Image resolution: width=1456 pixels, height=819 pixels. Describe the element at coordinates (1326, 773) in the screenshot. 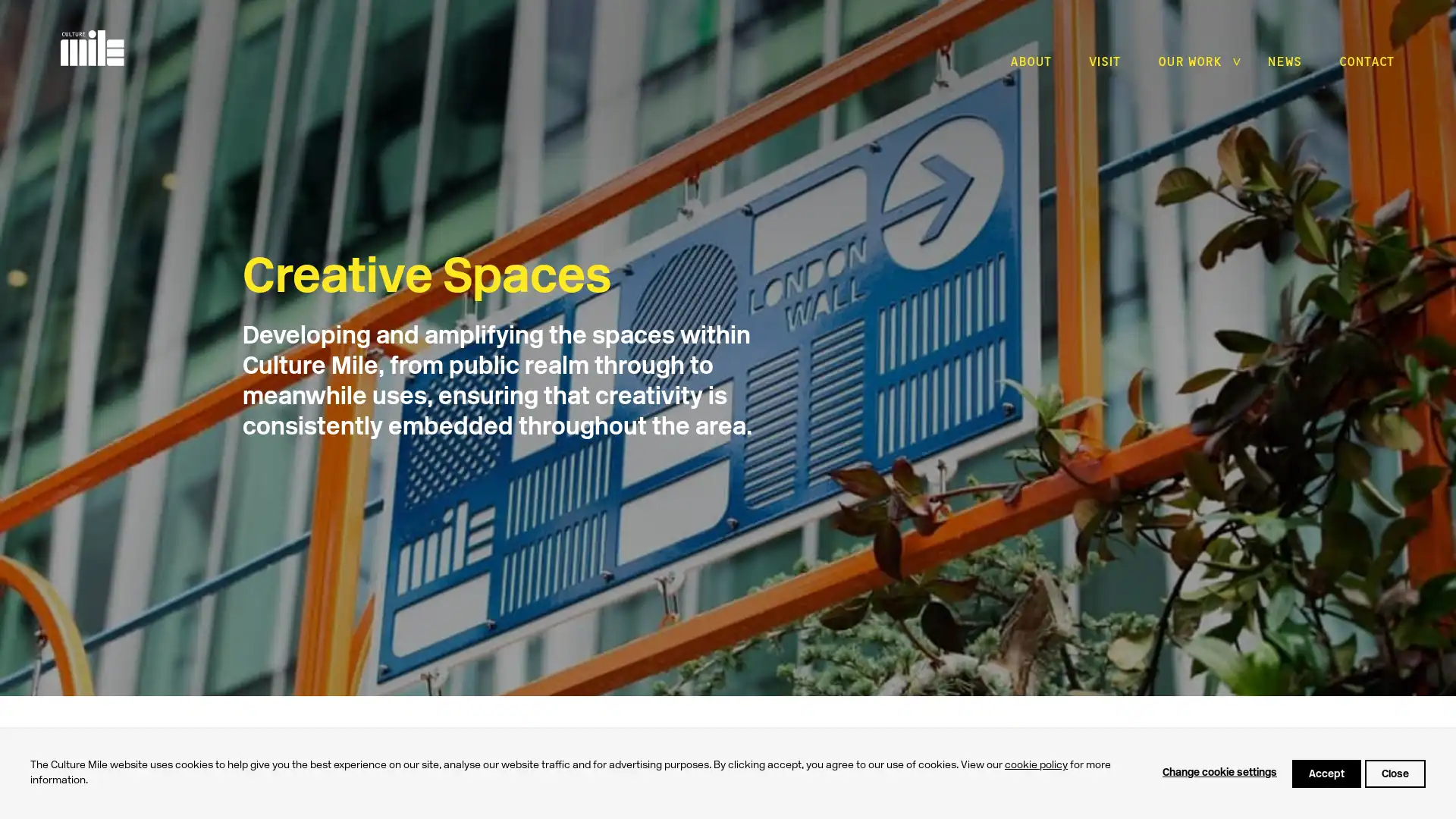

I see `Accept` at that location.